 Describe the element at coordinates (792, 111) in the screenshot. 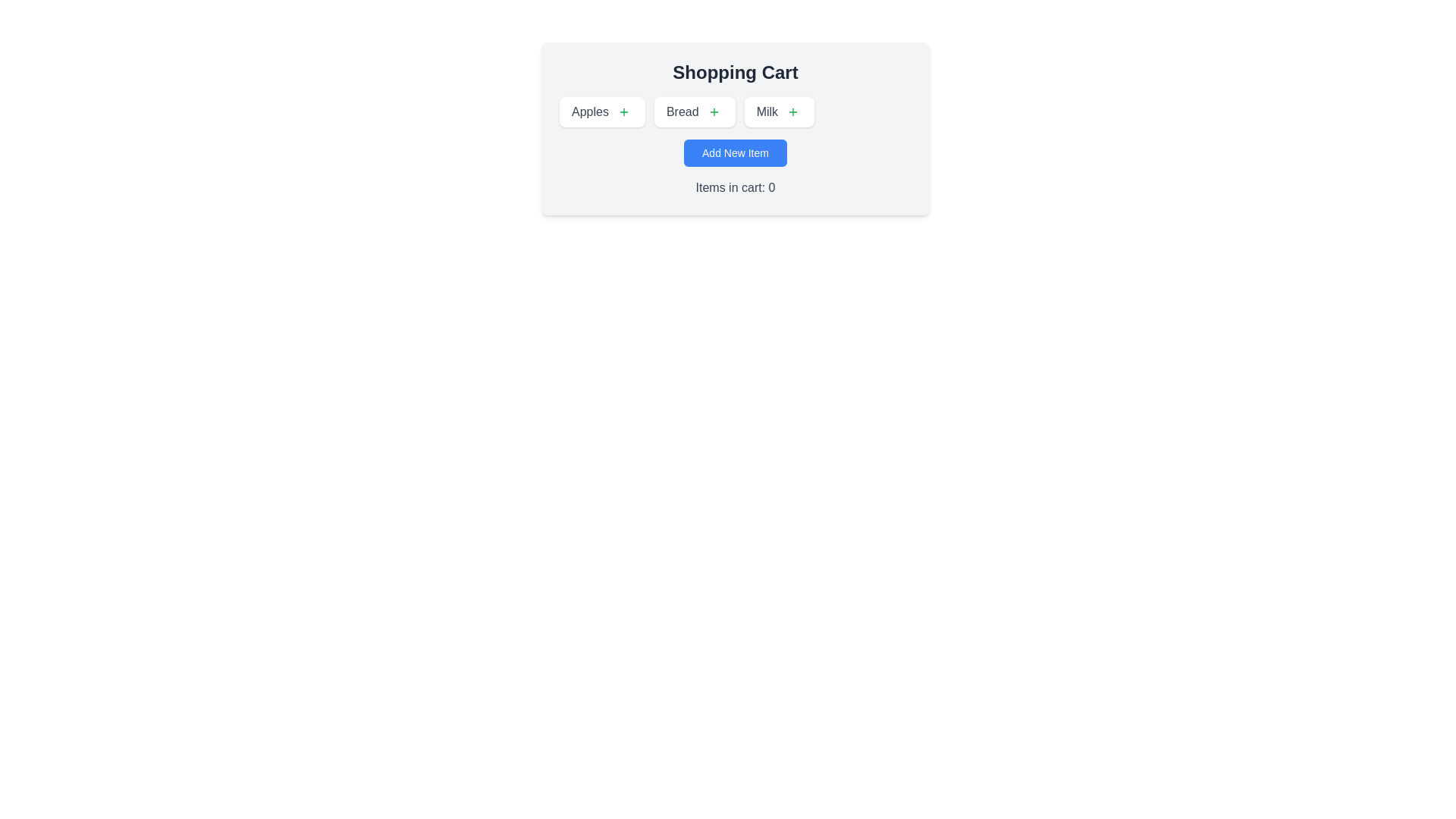

I see `the '+' button next to Milk to increment the cart count` at that location.